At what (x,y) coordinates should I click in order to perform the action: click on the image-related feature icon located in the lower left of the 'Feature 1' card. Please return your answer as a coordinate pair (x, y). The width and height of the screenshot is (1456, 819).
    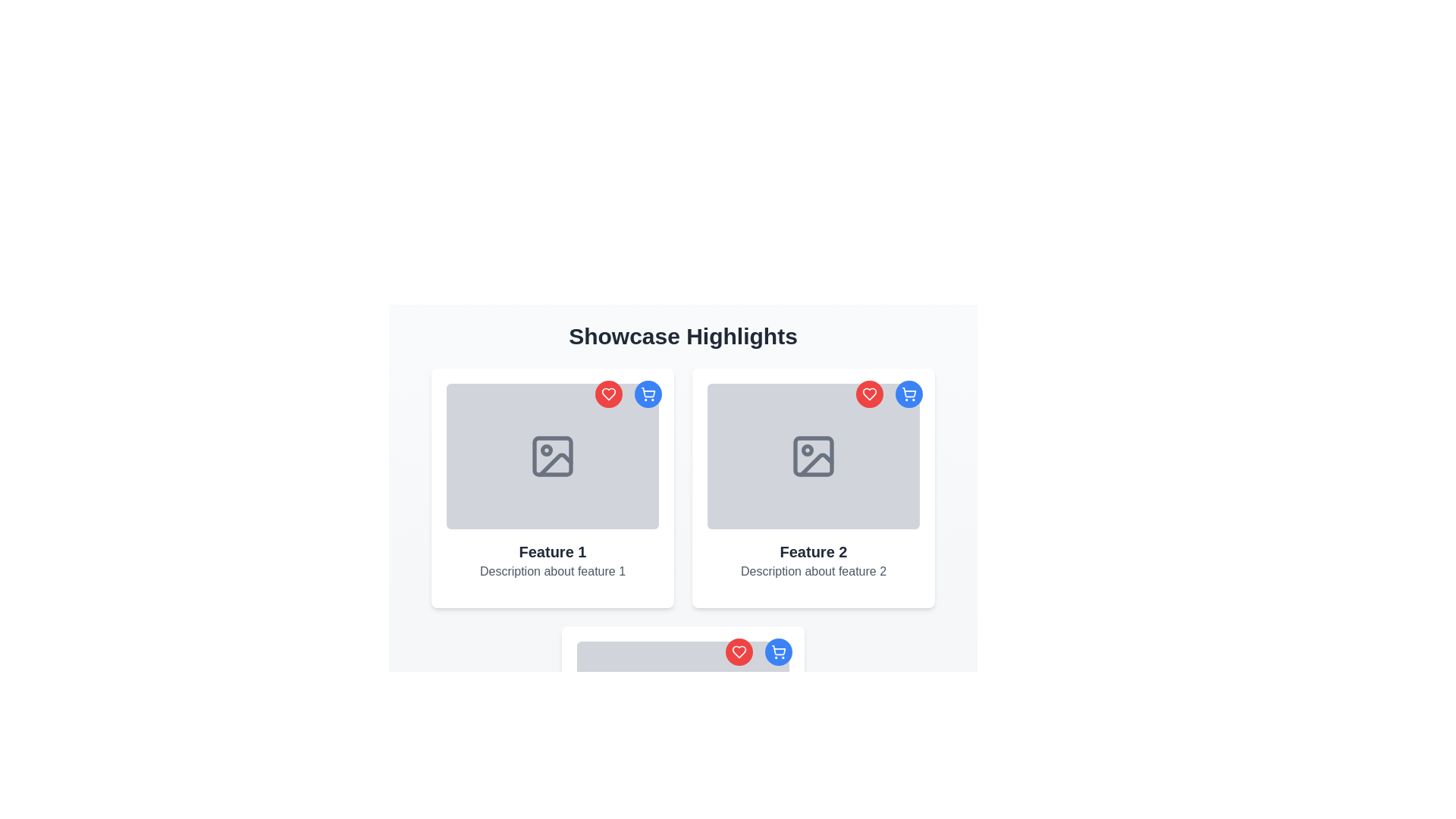
    Looking at the image, I should click on (555, 464).